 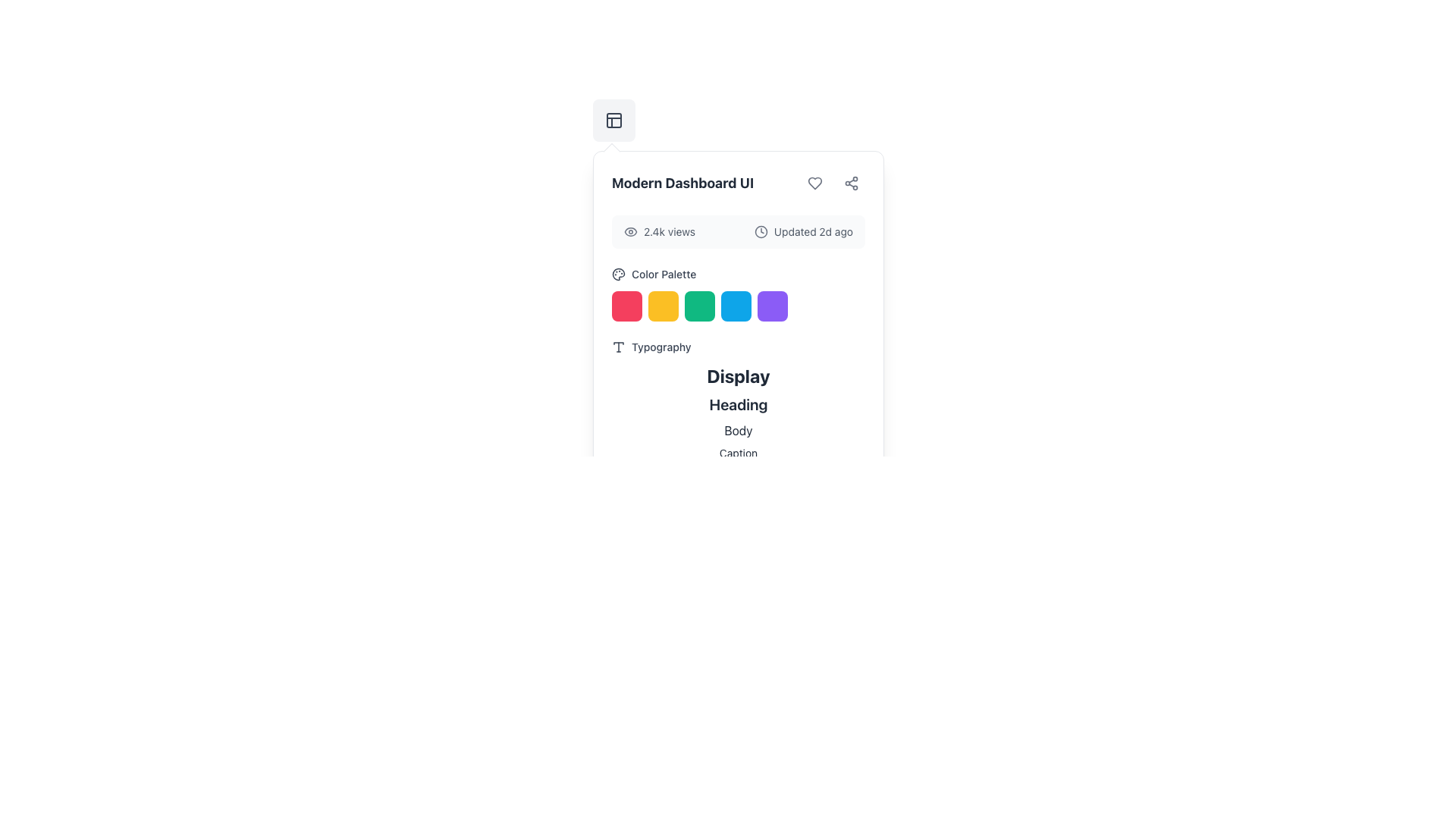 I want to click on the small rectangular shape with rounded corners located inside the segmented panel layout icon in the top-left corner of the user interface, so click(x=614, y=119).